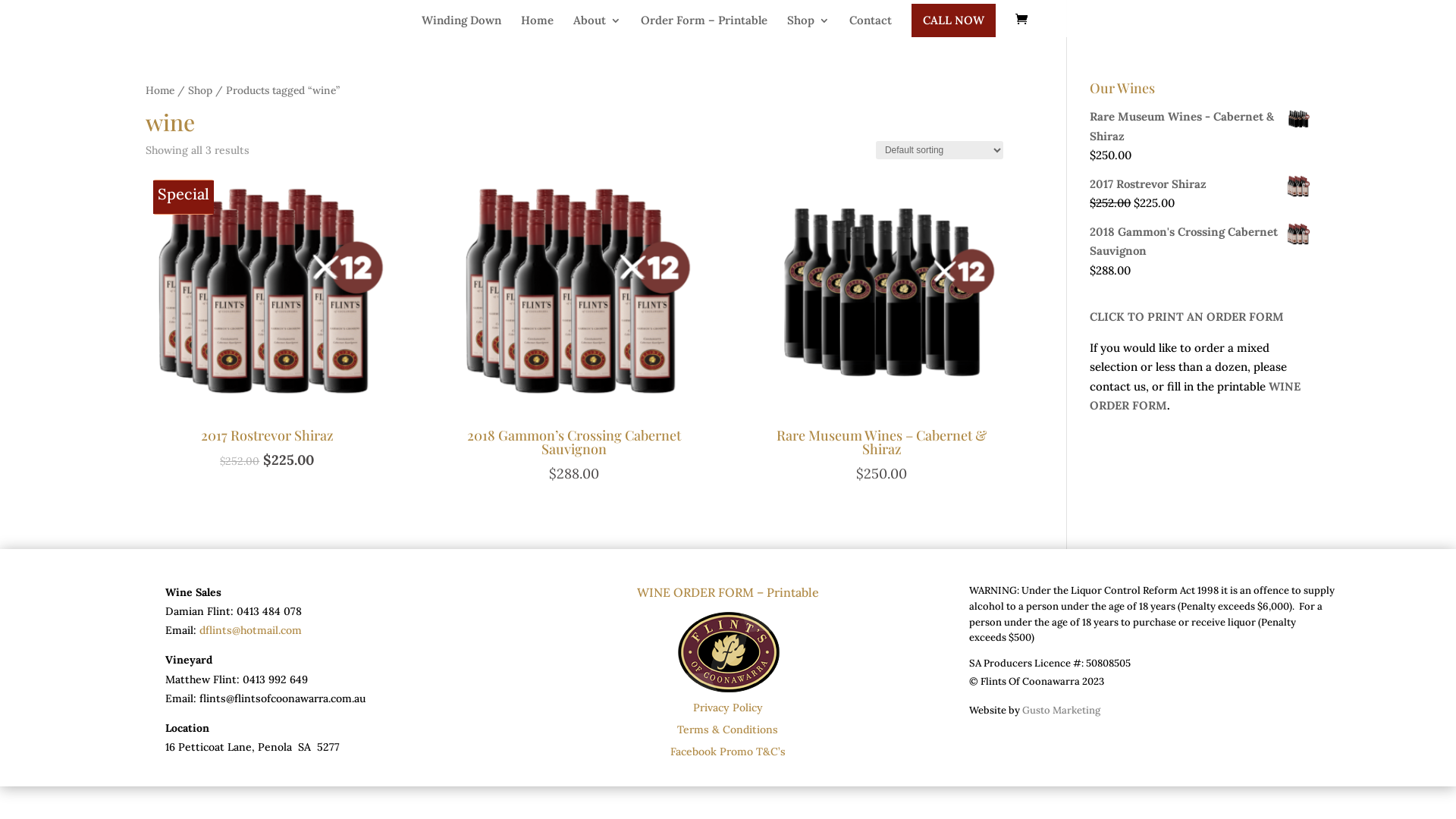 The image size is (1456, 819). What do you see at coordinates (1088, 395) in the screenshot?
I see `'WINE ORDER FORM'` at bounding box center [1088, 395].